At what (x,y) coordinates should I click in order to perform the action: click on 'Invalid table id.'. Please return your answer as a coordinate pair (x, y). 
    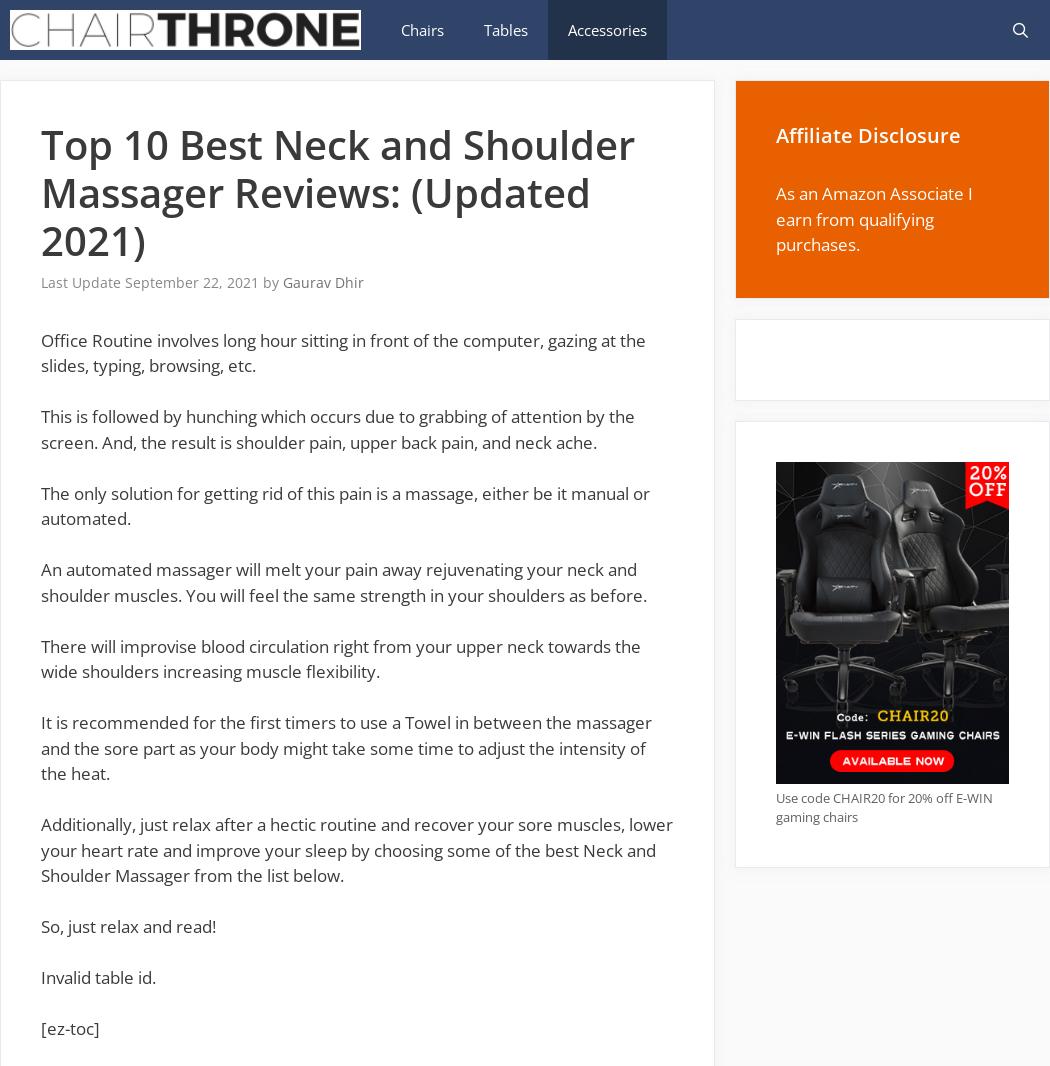
    Looking at the image, I should click on (98, 977).